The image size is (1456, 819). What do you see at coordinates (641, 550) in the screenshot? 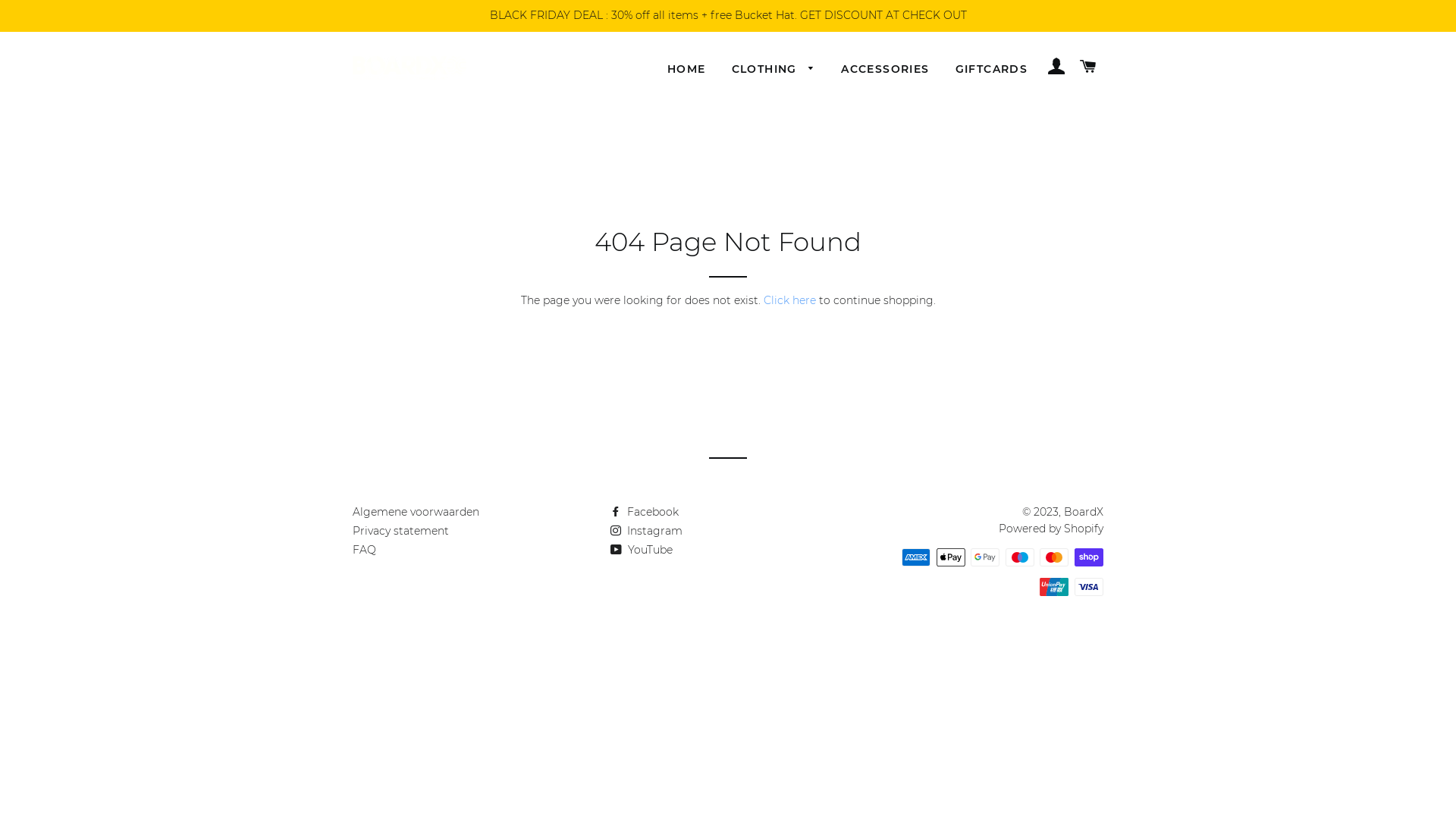
I see `'YouTube'` at bounding box center [641, 550].